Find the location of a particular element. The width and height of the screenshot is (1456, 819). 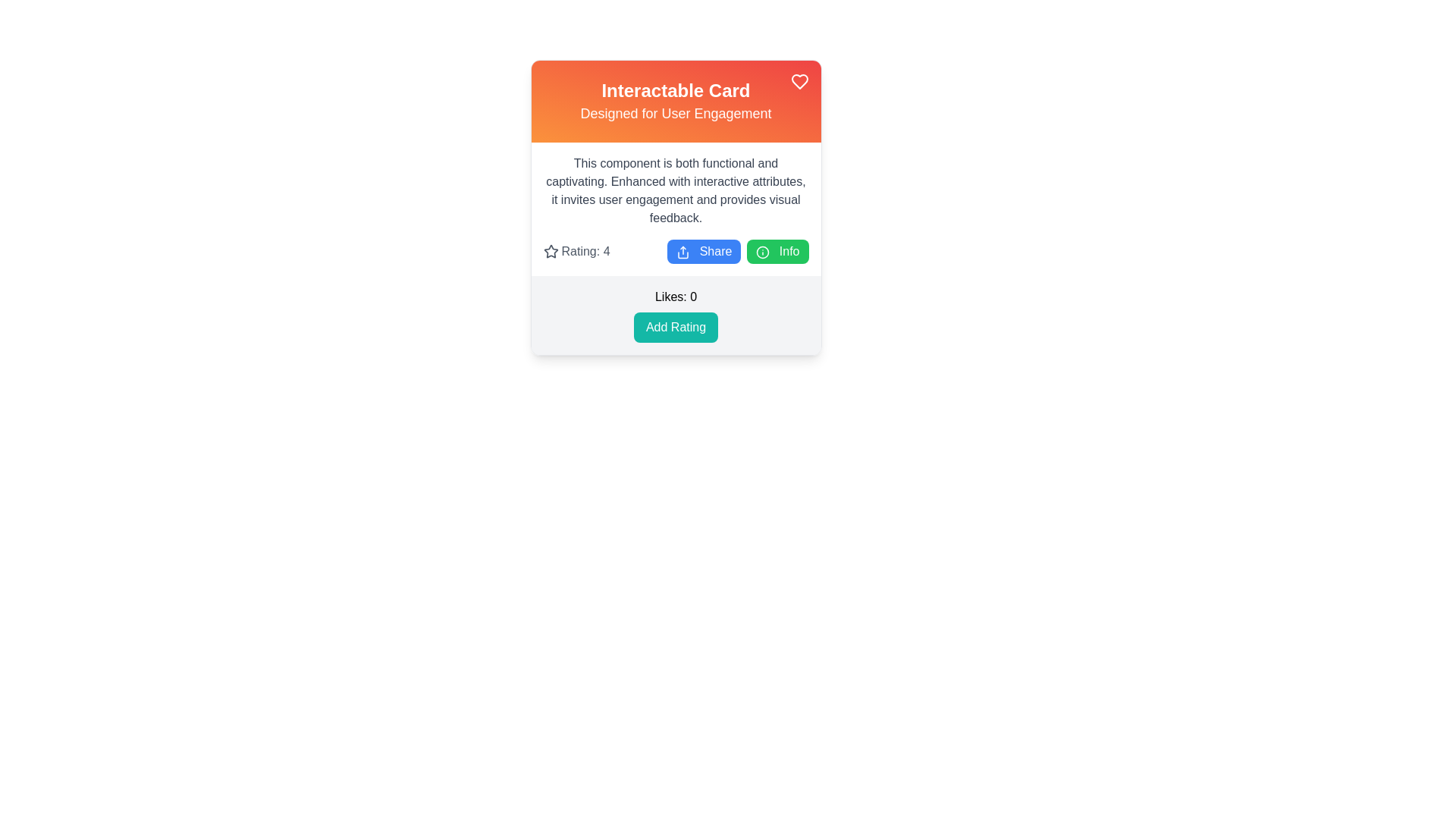

the circular outline of the 'Info' icon, which is positioned at the rightmost end of a horizontal row of buttons including 'Rating', 'Share', and 'Info' is located at coordinates (763, 251).